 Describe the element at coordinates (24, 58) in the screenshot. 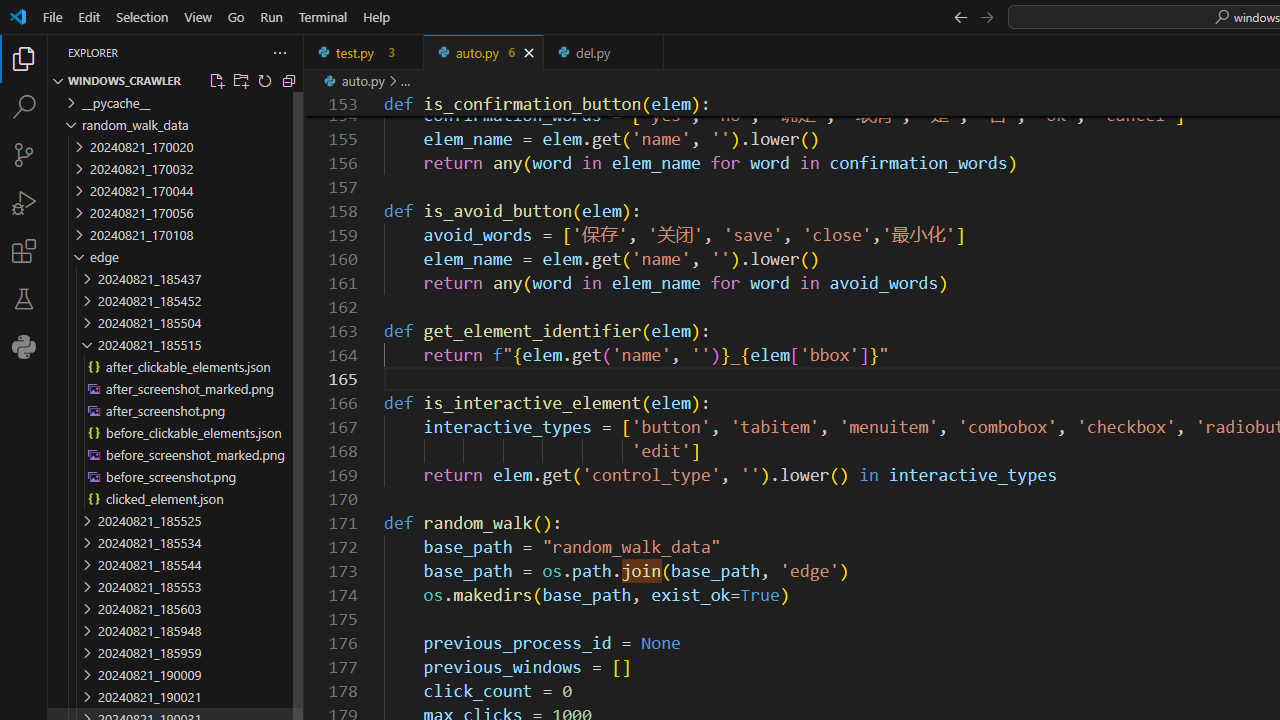

I see `'Explorer (Ctrl+Shift+E)'` at that location.